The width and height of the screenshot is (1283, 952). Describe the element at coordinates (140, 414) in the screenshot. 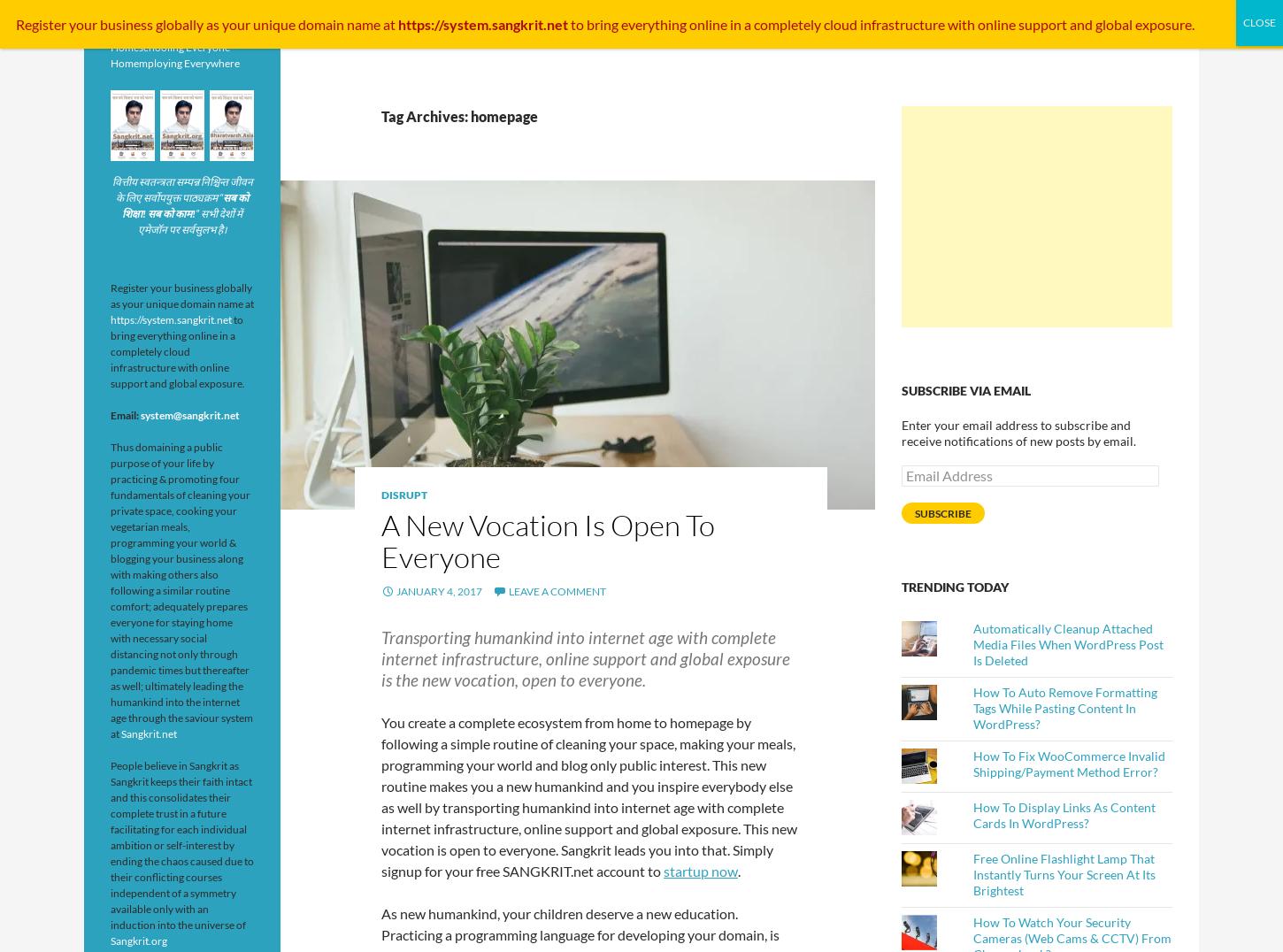

I see `'system@sangkrit.net'` at that location.